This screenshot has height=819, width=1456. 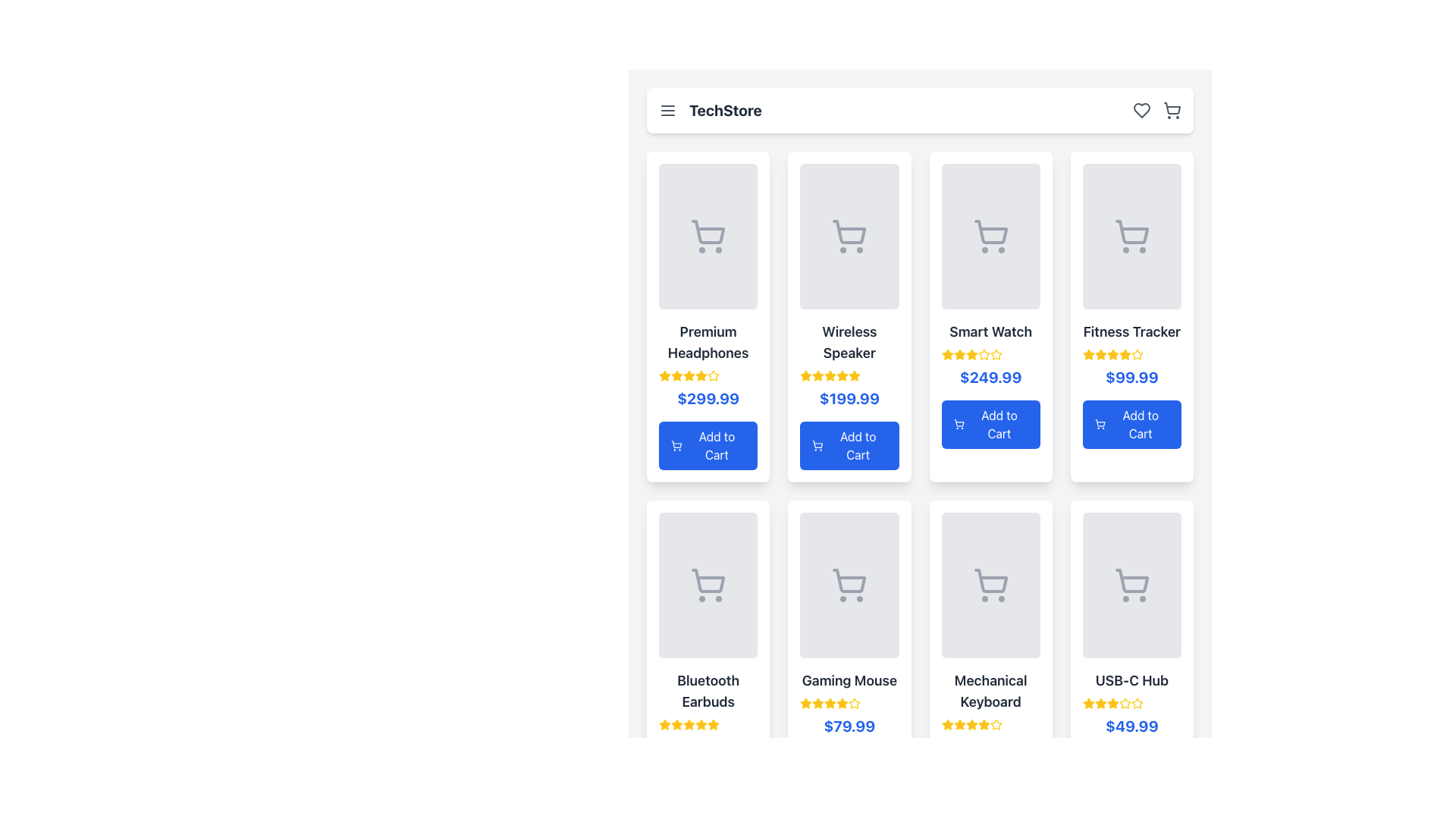 I want to click on the first star icon in the rating indicator for the product 'Smart Watch', located in the second row of the third column, so click(x=946, y=354).